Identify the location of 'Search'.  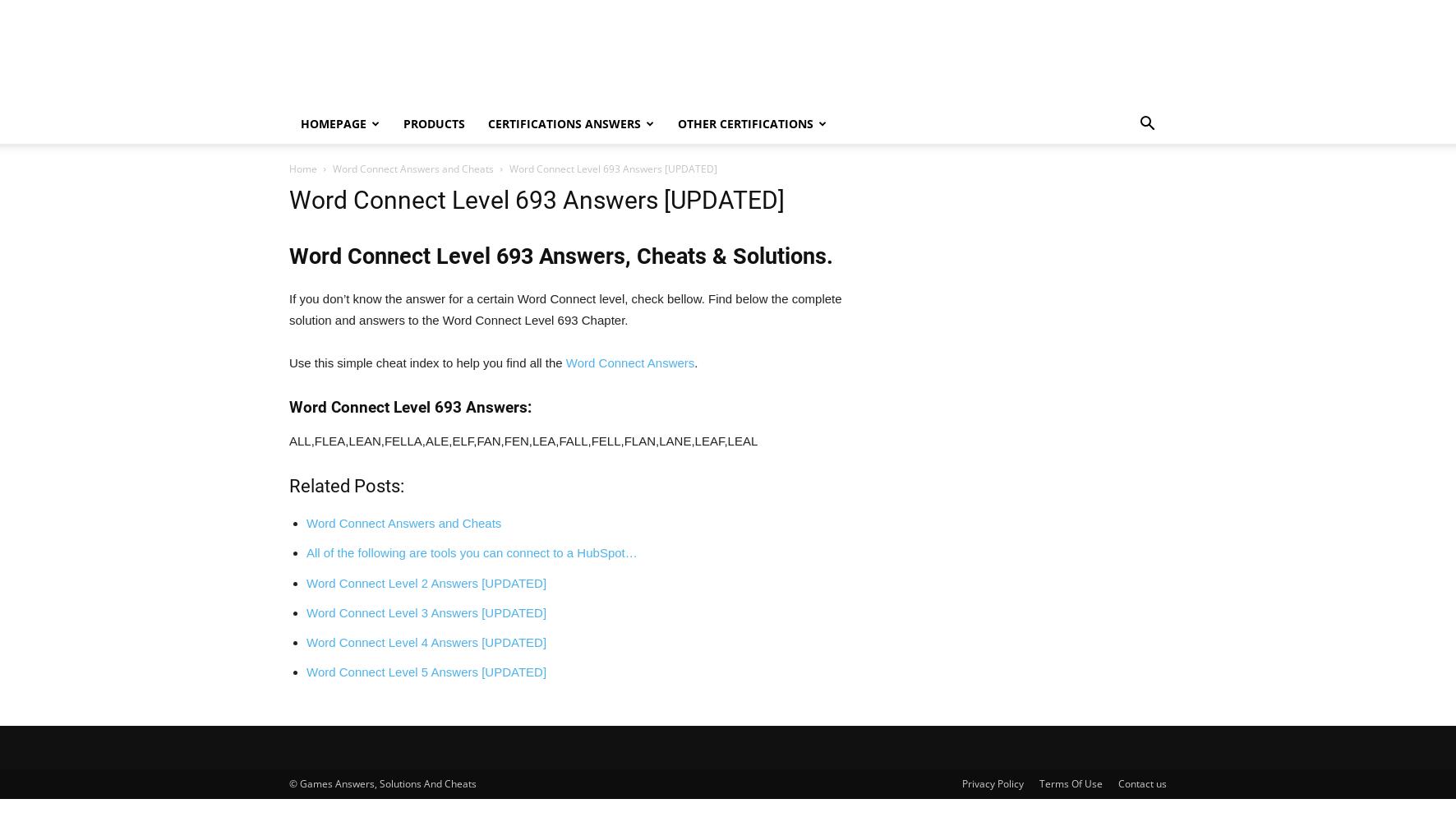
(727, 82).